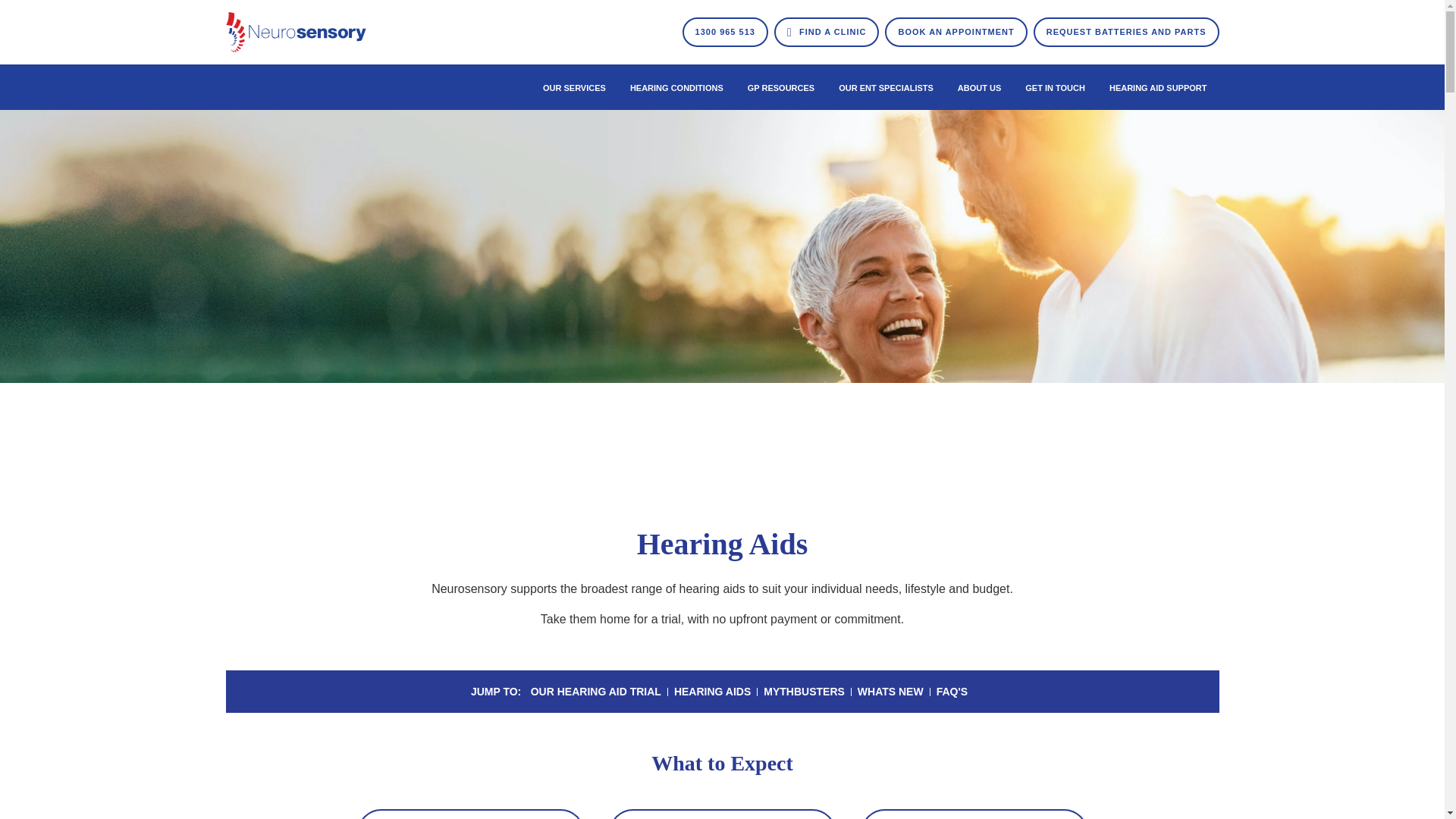  What do you see at coordinates (858, 692) in the screenshot?
I see `'WHATS NEW'` at bounding box center [858, 692].